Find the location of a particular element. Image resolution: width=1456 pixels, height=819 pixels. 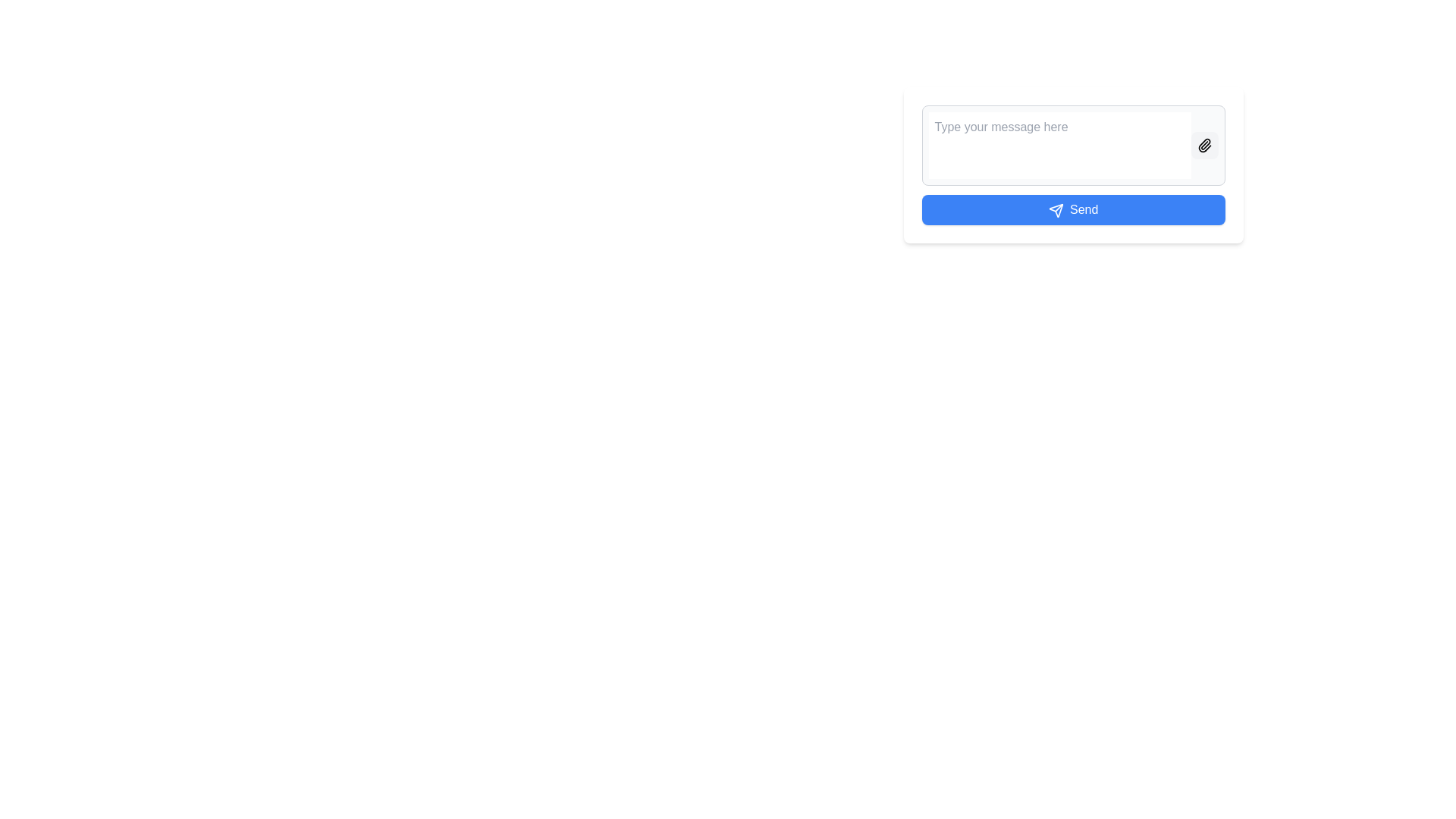

the text within the multi-line input box that has the placeholder text 'Type your message here.' is located at coordinates (1059, 146).